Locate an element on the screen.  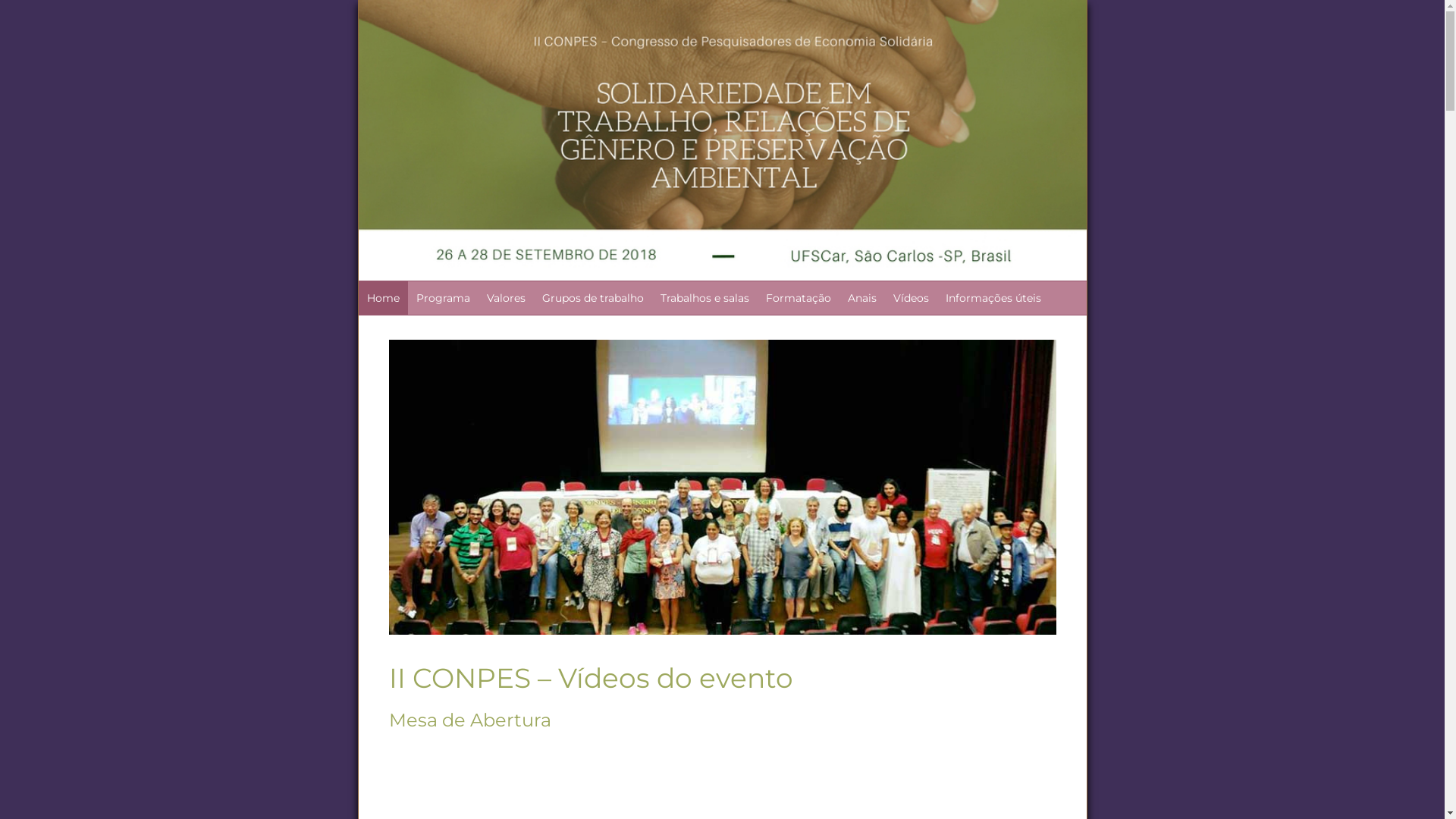
'Grupos de trabalho' is located at coordinates (534, 298).